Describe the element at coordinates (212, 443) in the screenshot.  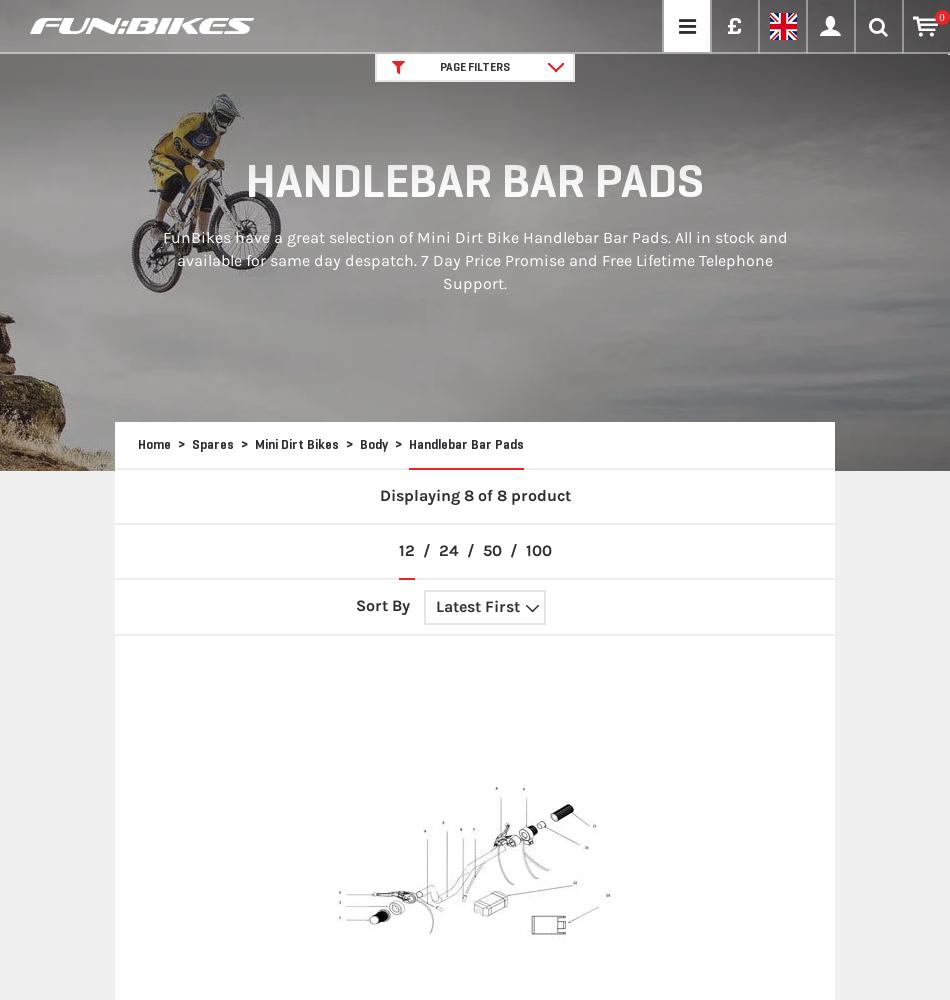
I see `'Spares'` at that location.